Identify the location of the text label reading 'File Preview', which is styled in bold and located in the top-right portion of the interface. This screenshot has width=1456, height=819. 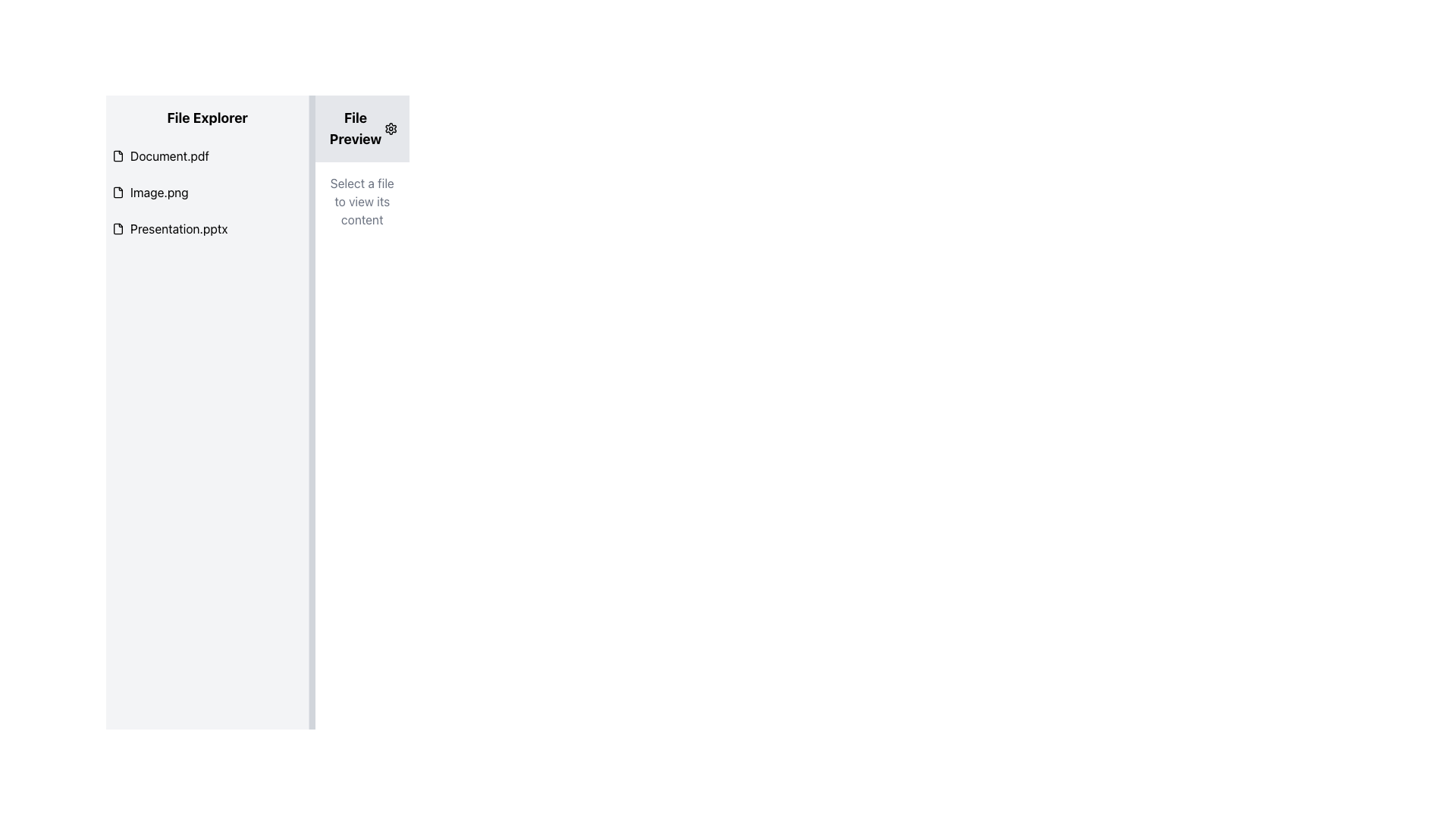
(355, 127).